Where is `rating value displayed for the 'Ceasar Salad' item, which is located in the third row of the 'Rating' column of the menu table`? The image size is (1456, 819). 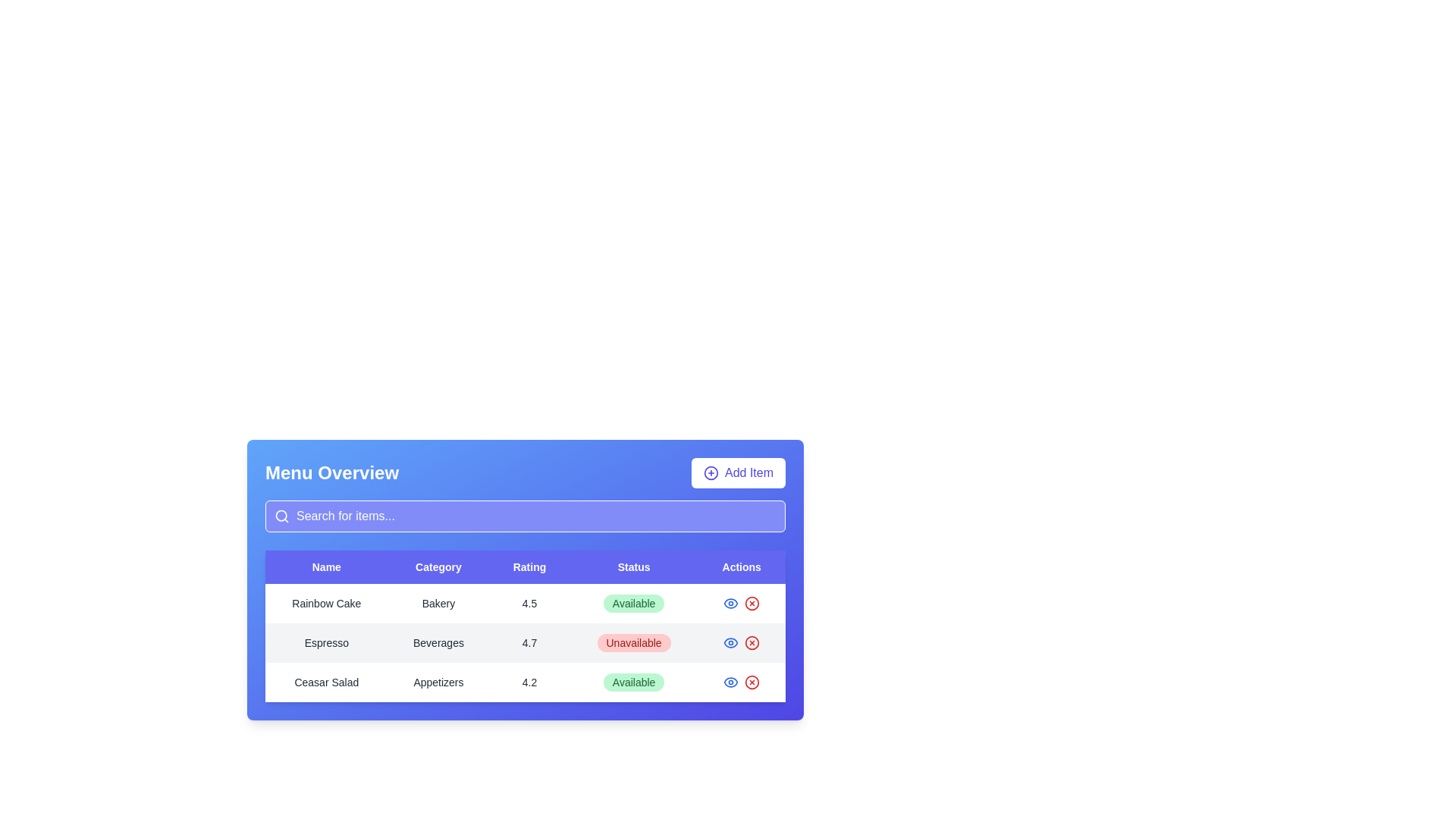 rating value displayed for the 'Ceasar Salad' item, which is located in the third row of the 'Rating' column of the menu table is located at coordinates (529, 681).